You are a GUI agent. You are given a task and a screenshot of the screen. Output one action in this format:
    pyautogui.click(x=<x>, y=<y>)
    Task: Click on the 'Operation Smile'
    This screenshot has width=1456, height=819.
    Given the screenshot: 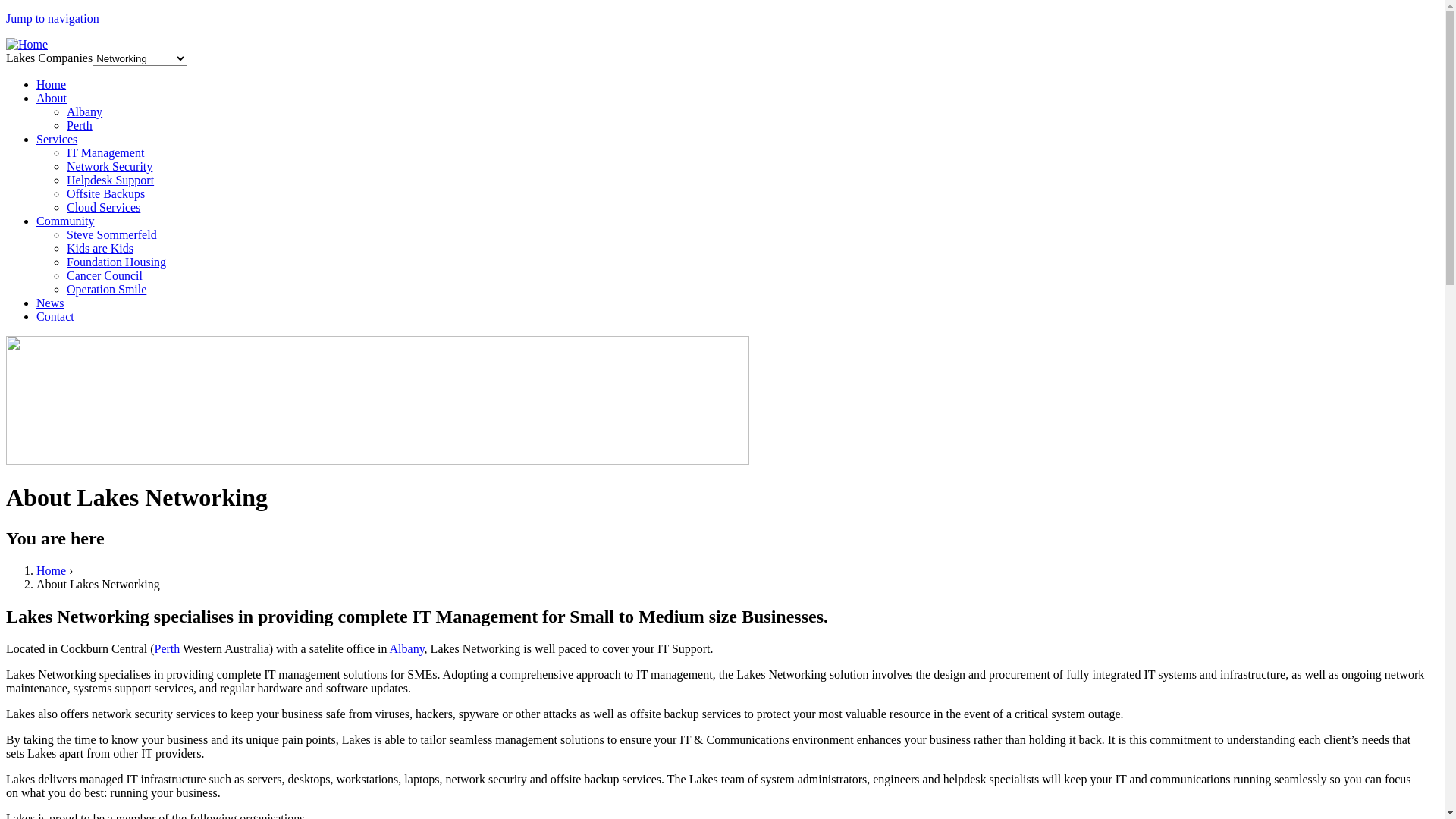 What is the action you would take?
    pyautogui.click(x=105, y=289)
    